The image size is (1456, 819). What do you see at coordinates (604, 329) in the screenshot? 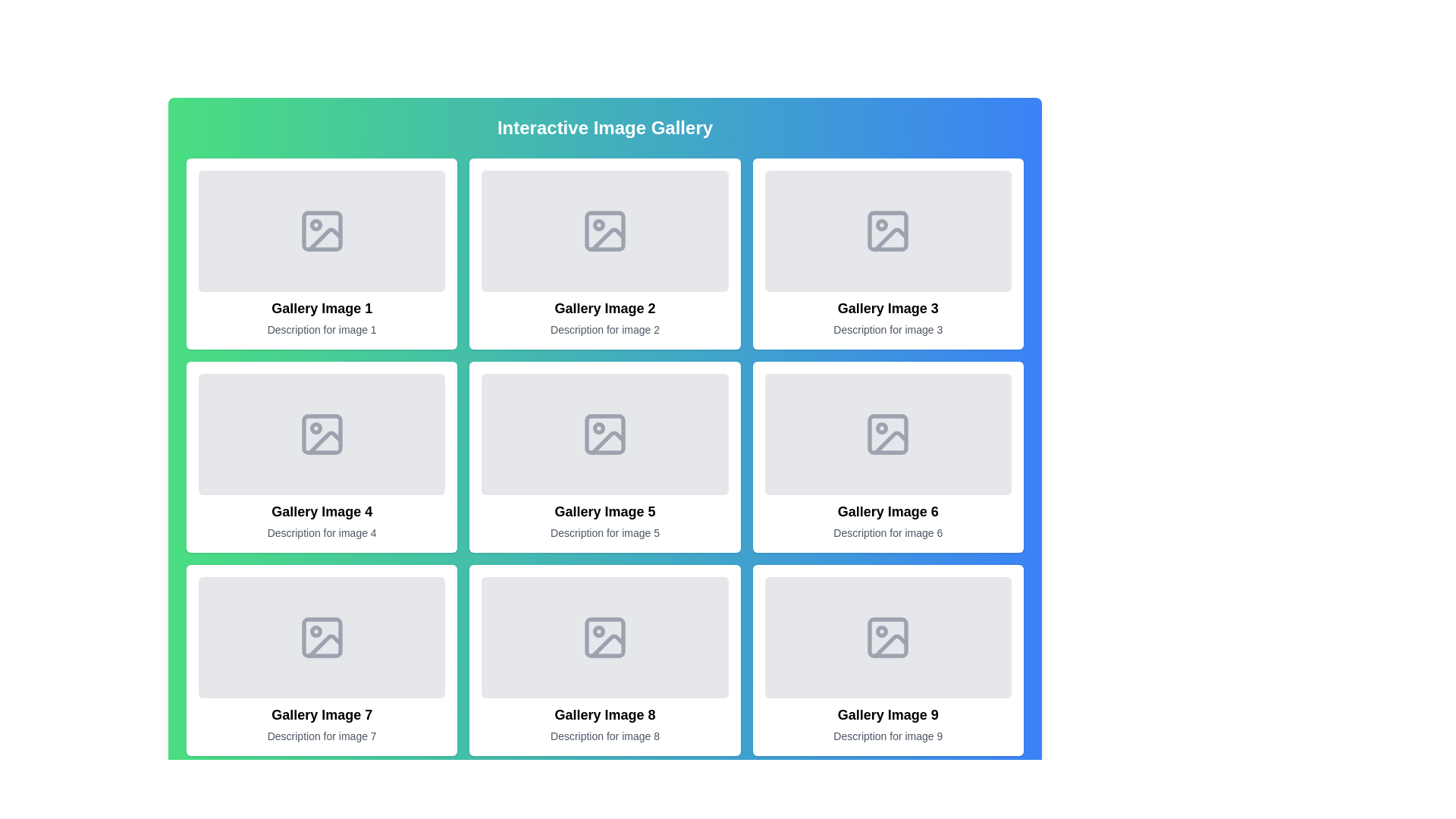
I see `the descriptive text label that reads 'Description for image 2'` at bounding box center [604, 329].